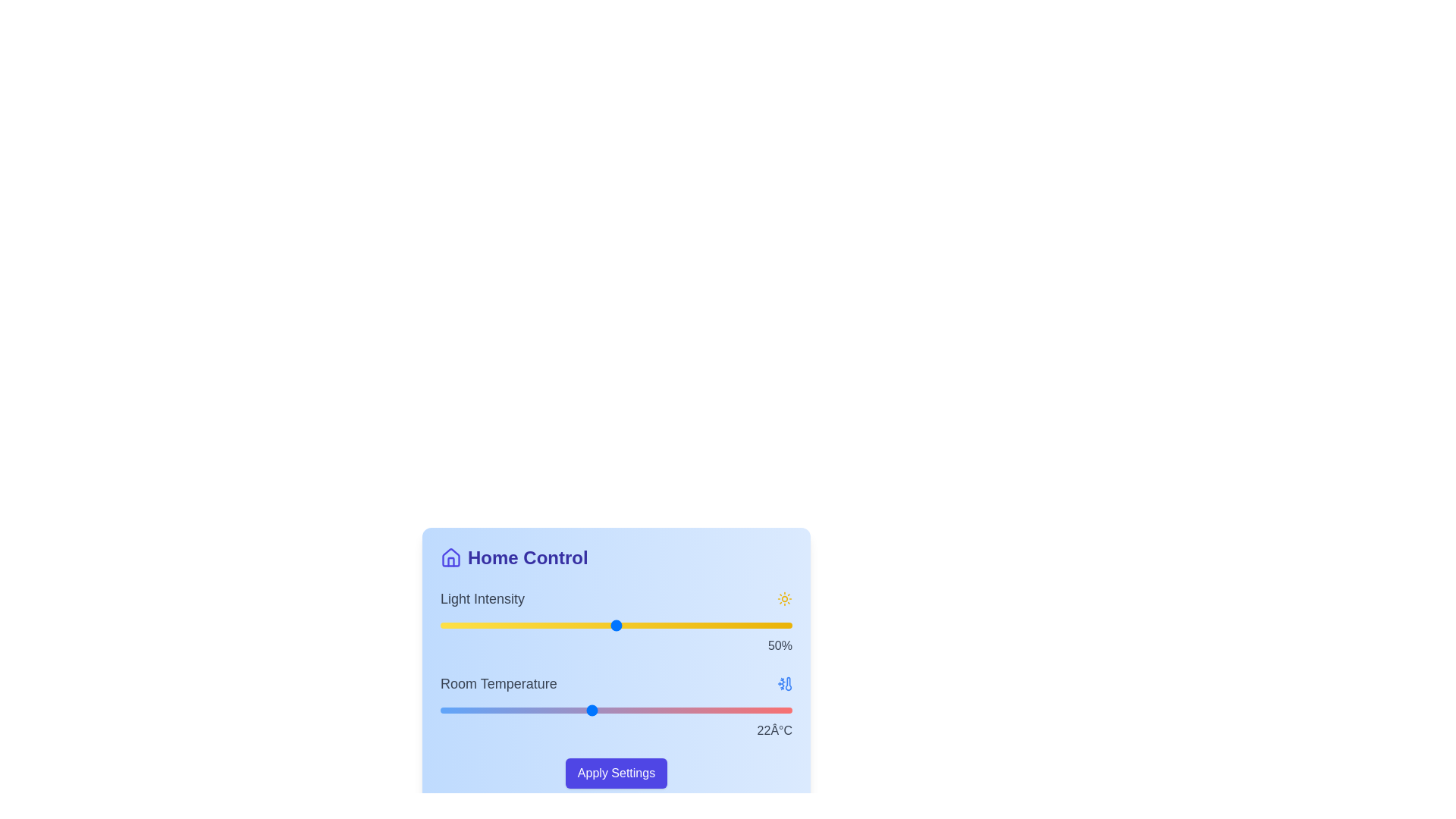 Image resolution: width=1456 pixels, height=819 pixels. What do you see at coordinates (590, 711) in the screenshot?
I see `the room temperature slider to 22 degrees Celsius` at bounding box center [590, 711].